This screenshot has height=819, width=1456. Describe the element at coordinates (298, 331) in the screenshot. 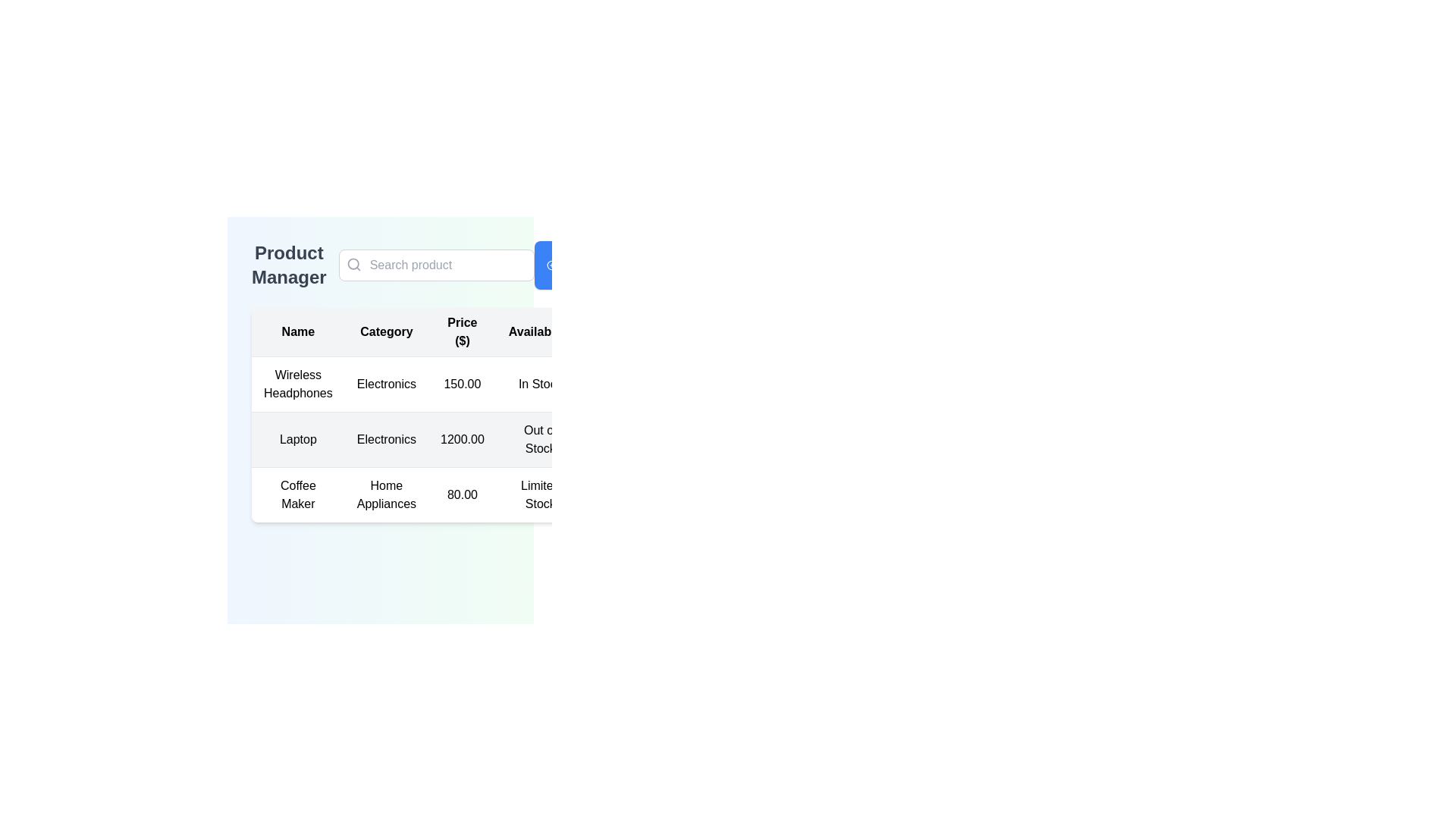

I see `text of the header label indicating the names column in the table, positioned at the top left corner of the header row` at that location.